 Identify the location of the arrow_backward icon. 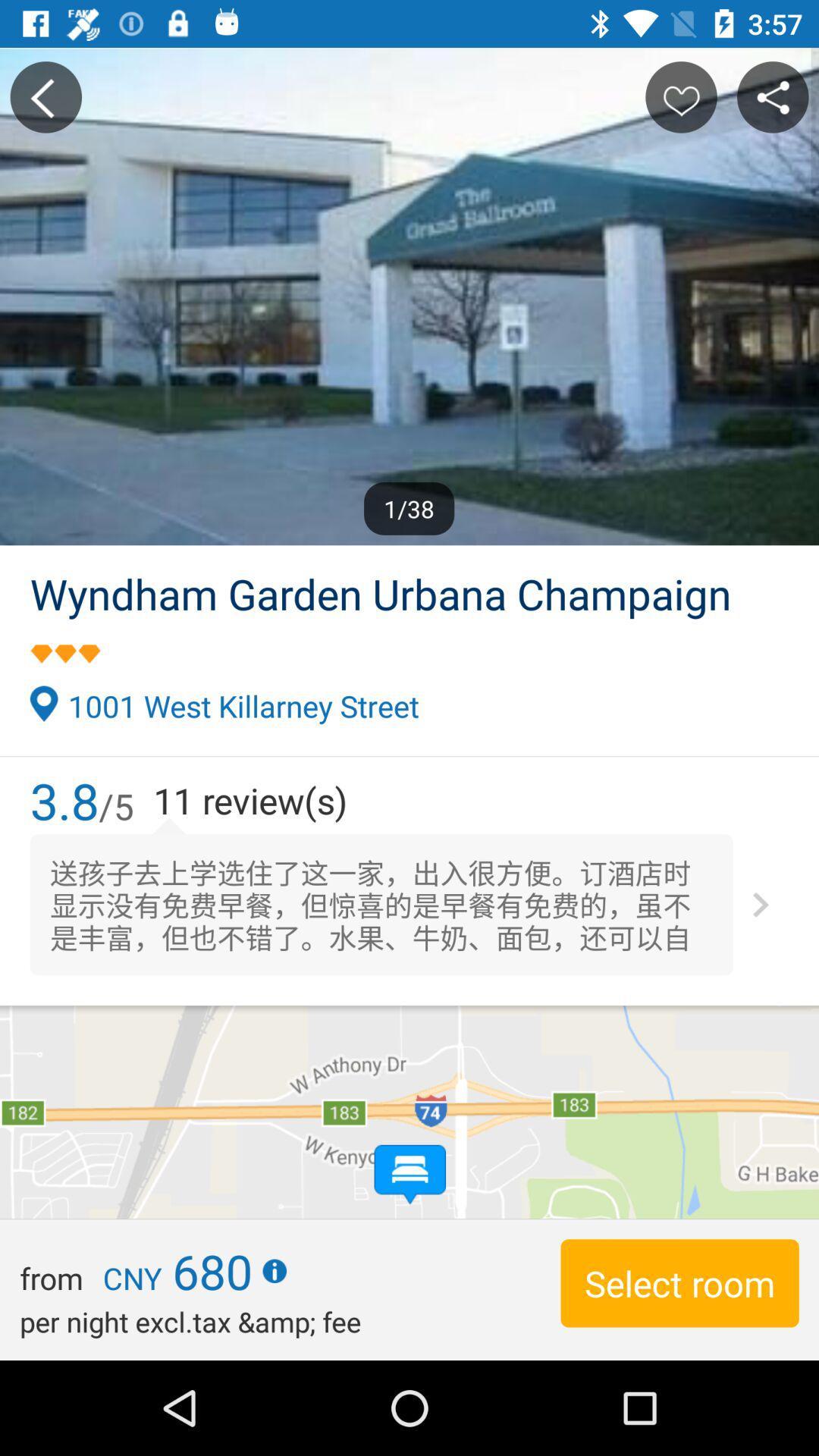
(45, 96).